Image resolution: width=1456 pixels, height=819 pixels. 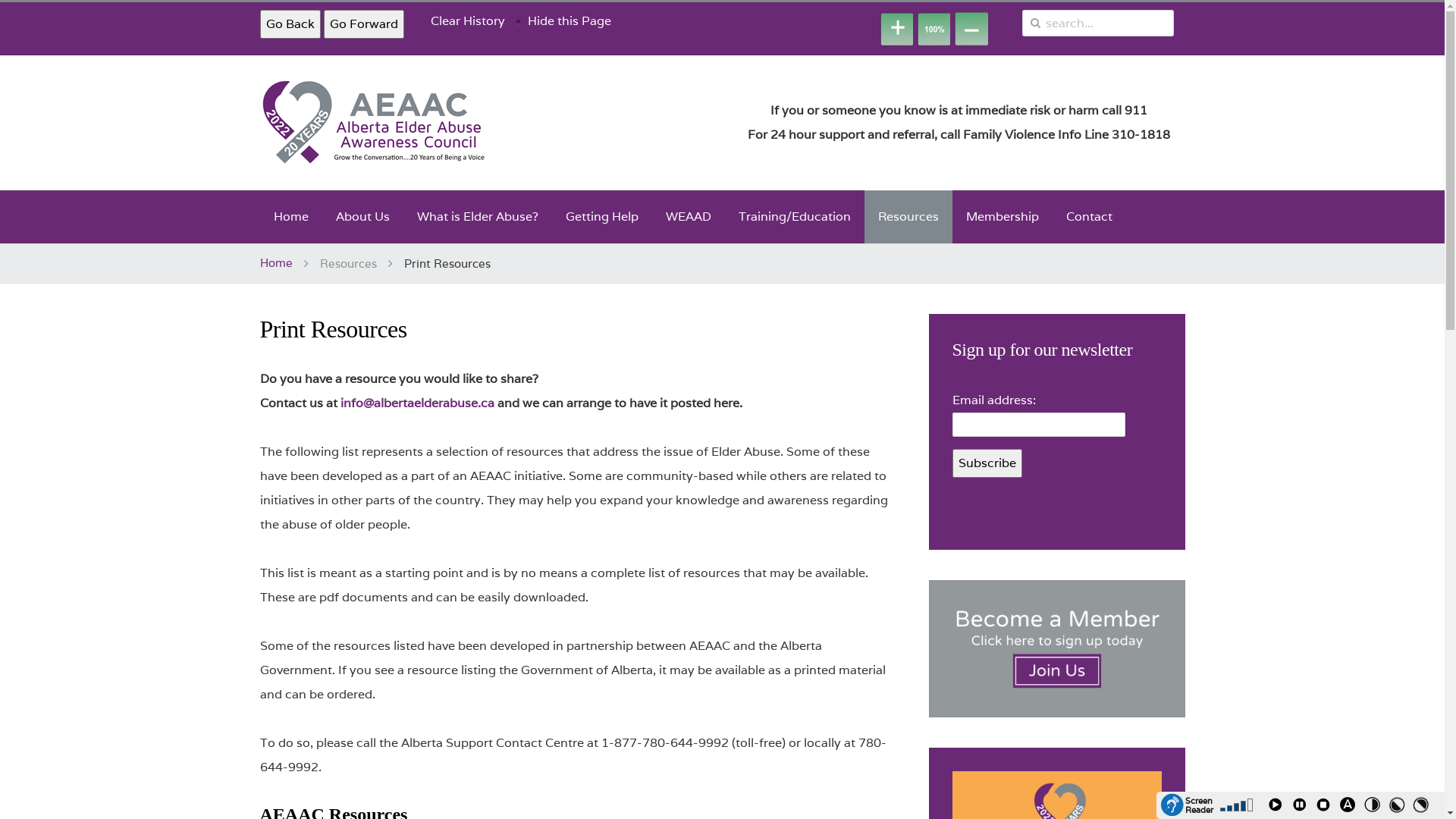 What do you see at coordinates (987, 462) in the screenshot?
I see `'Subscribe'` at bounding box center [987, 462].